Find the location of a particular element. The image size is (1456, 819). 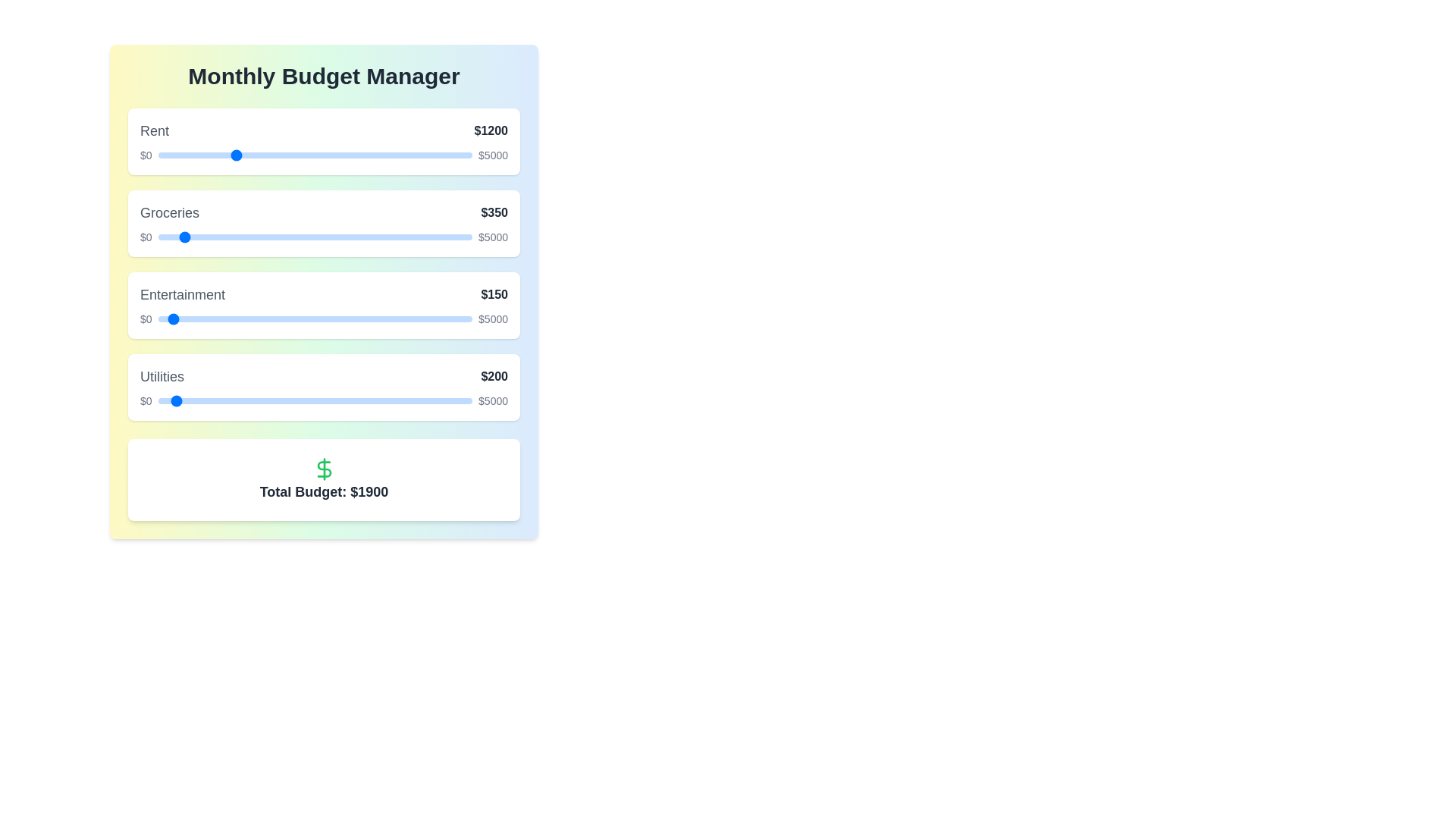

the value of the slider is located at coordinates (219, 318).